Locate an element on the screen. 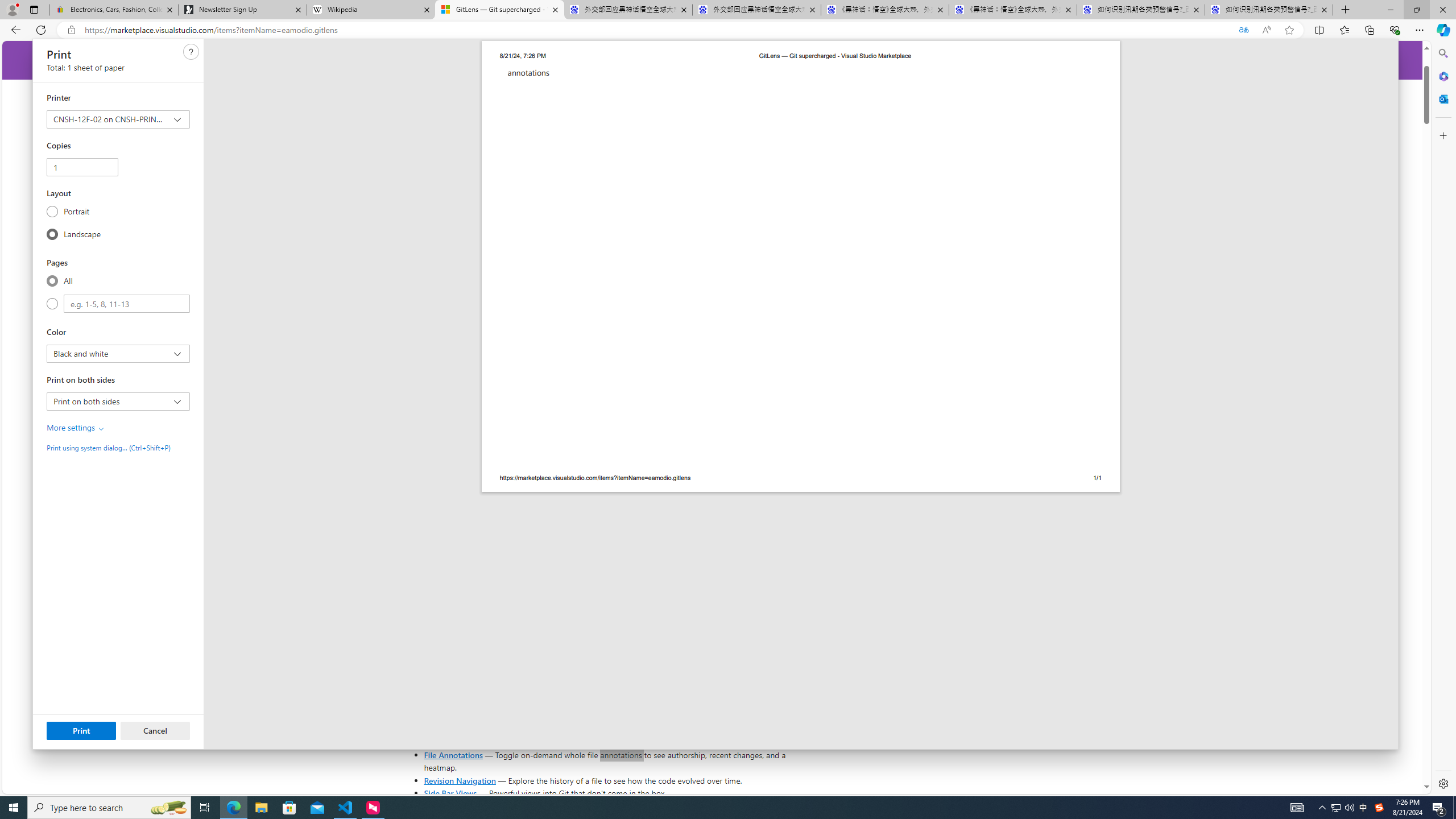  'Need help' is located at coordinates (191, 51).